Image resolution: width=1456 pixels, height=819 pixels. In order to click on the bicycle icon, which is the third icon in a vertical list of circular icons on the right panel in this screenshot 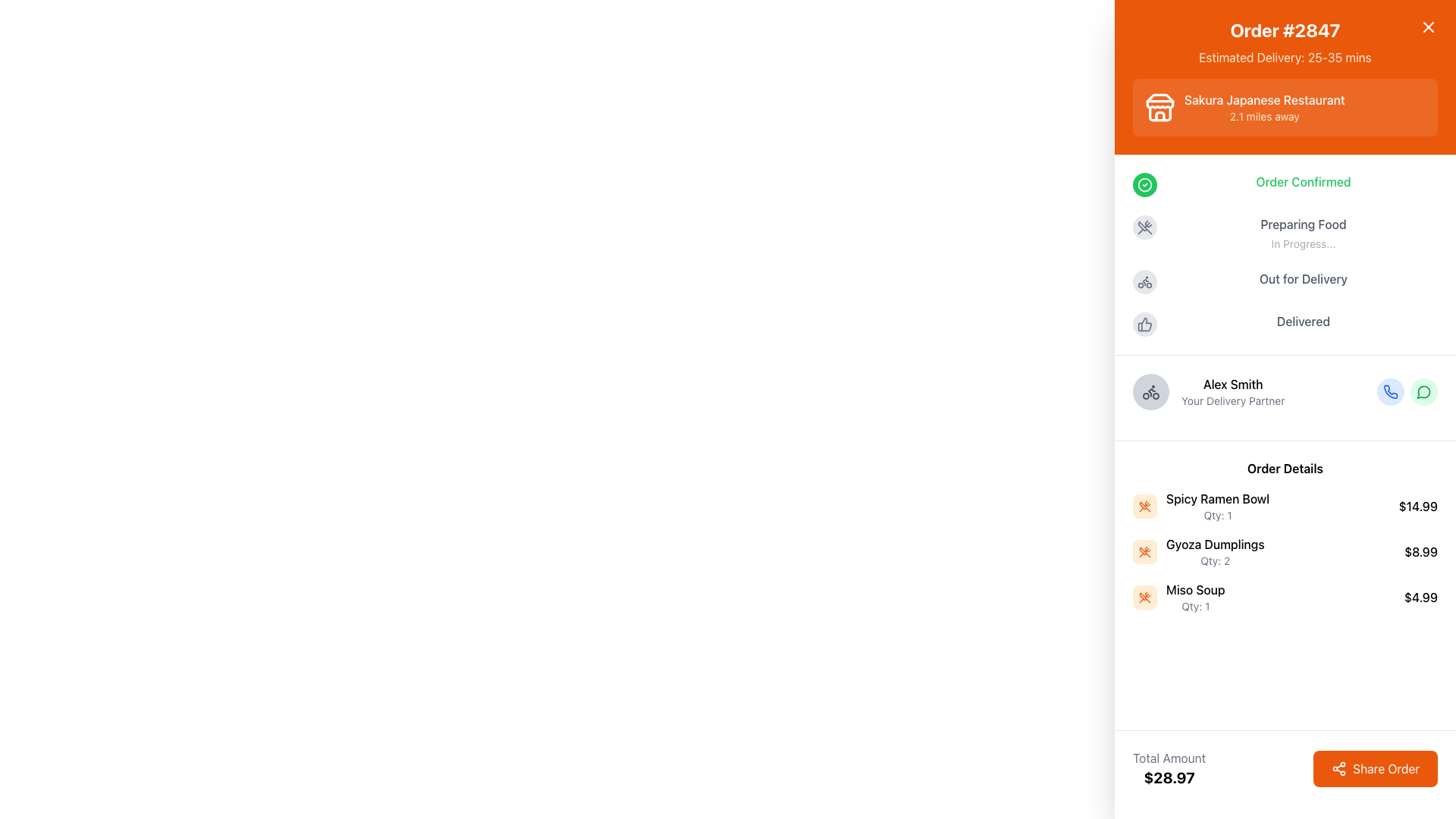, I will do `click(1150, 391)`.